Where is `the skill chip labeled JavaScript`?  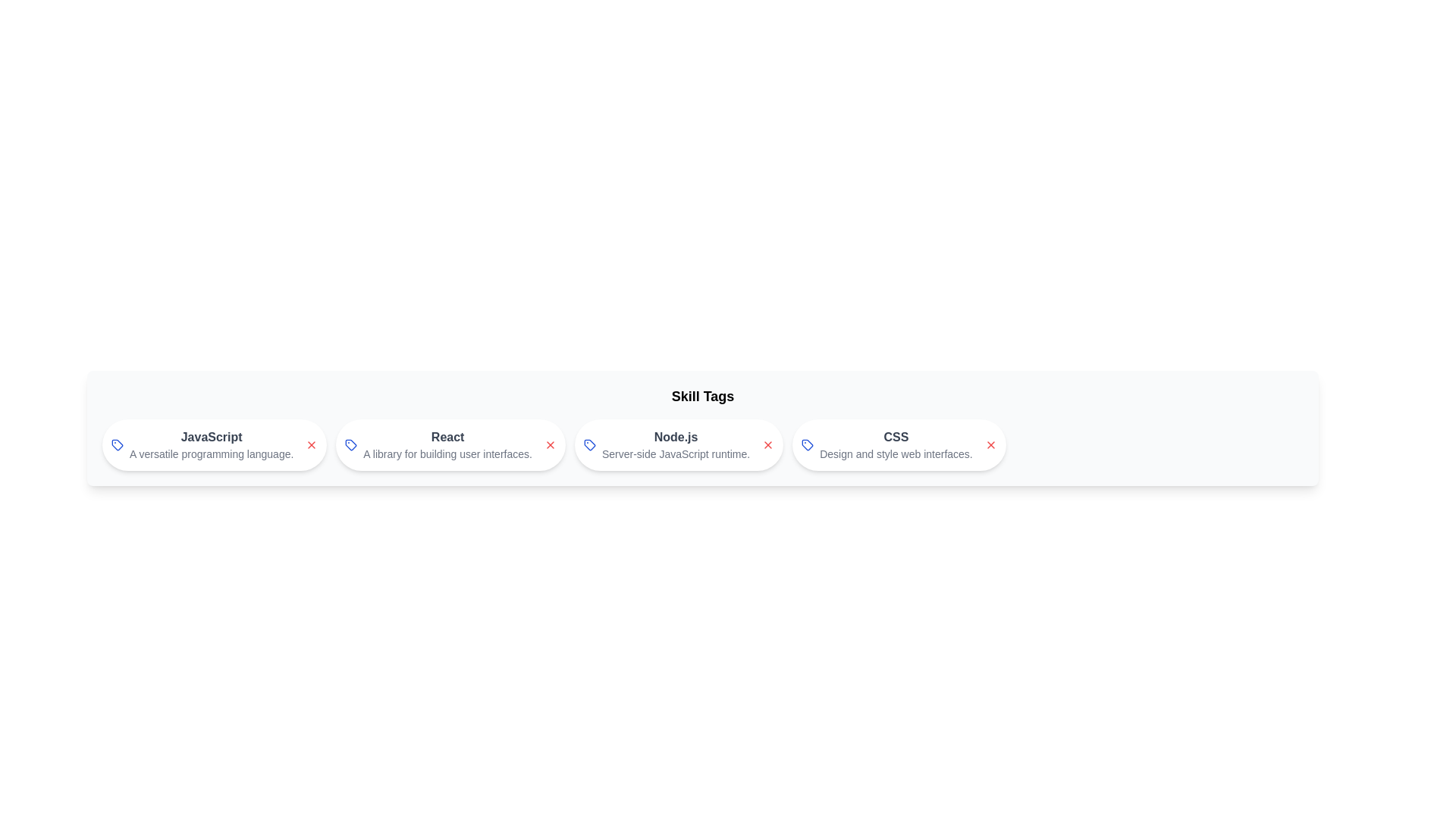
the skill chip labeled JavaScript is located at coordinates (214, 444).